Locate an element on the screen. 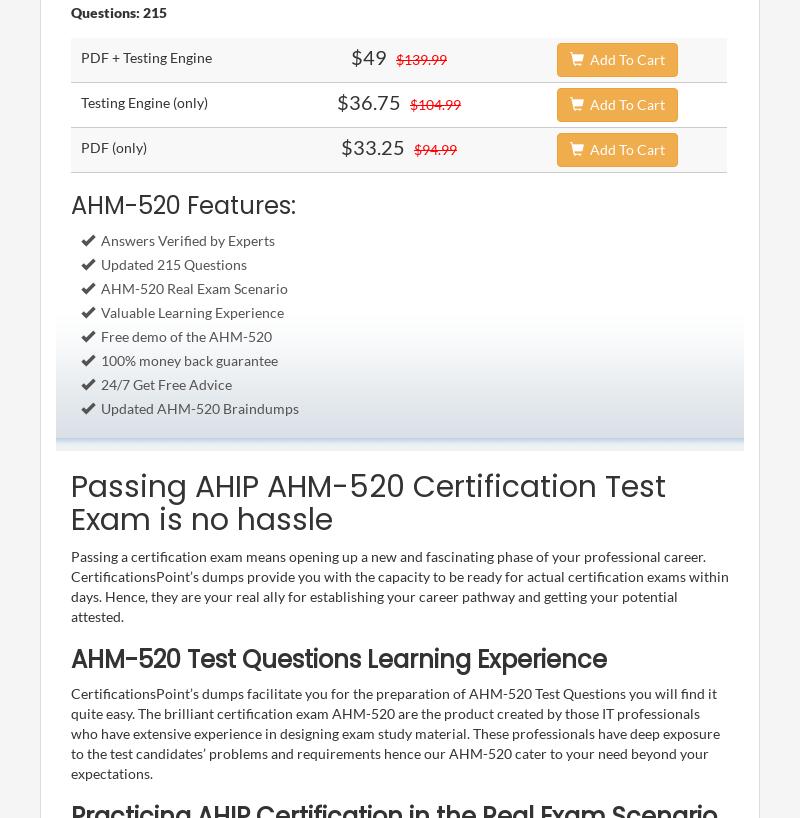  'Updated 215 Questions' is located at coordinates (94, 264).